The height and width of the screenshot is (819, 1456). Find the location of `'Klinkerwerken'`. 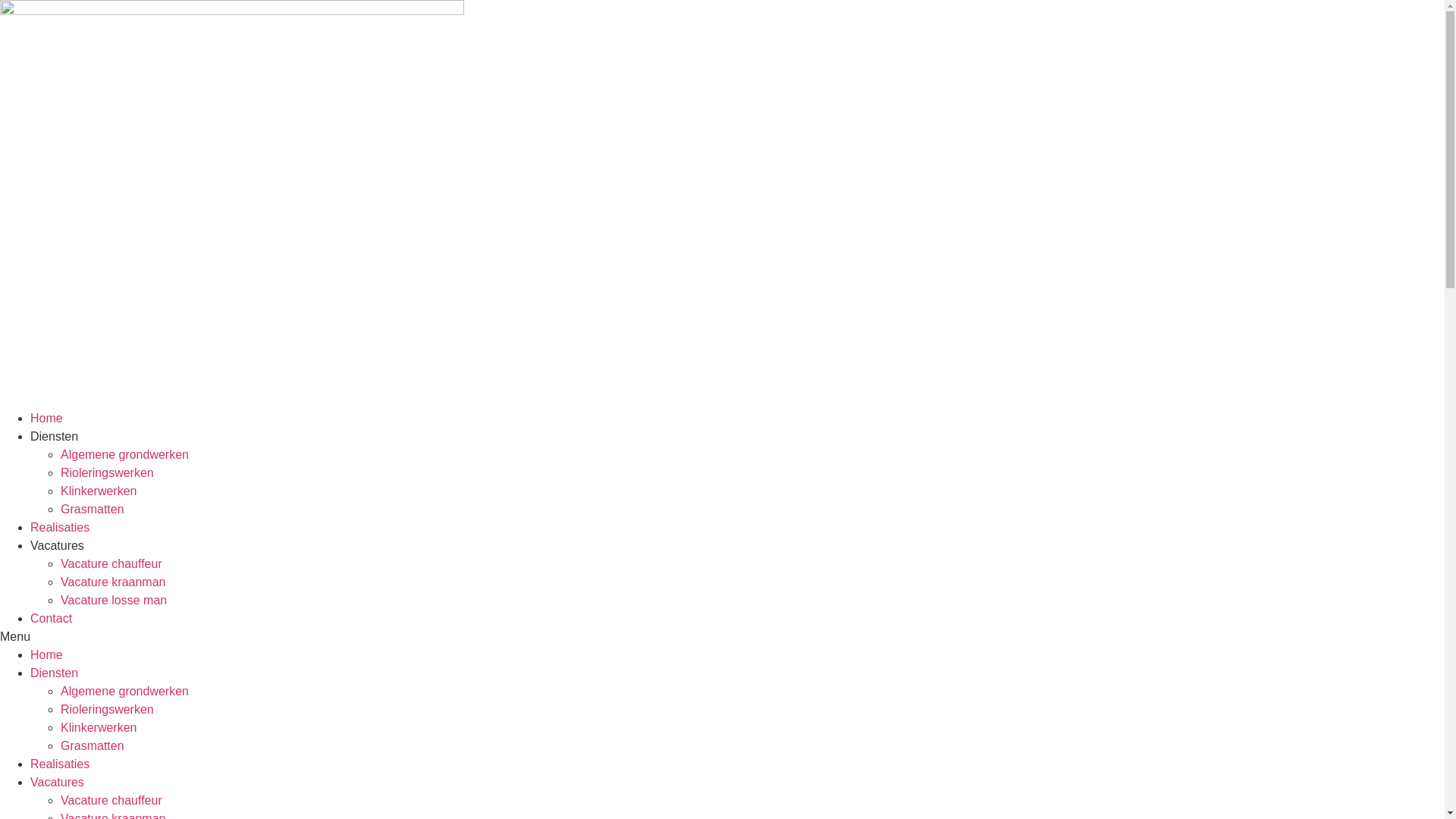

'Klinkerwerken' is located at coordinates (97, 491).